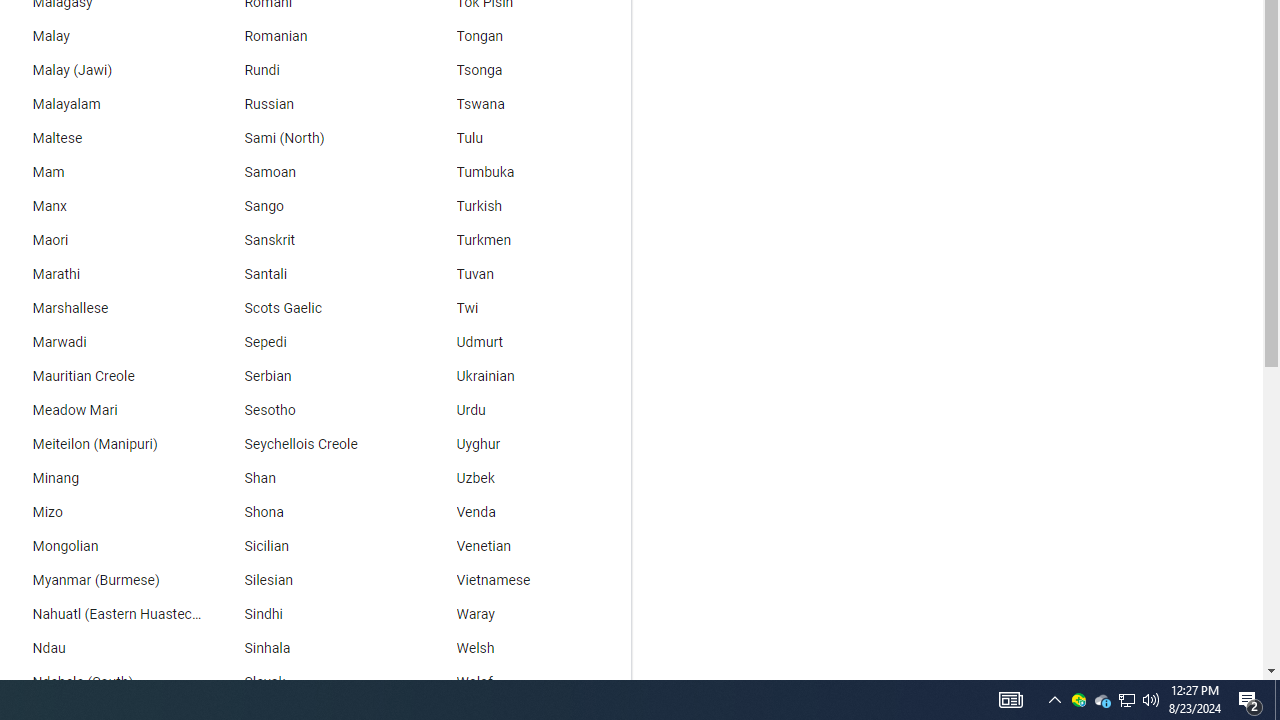 Image resolution: width=1280 pixels, height=720 pixels. What do you see at coordinates (311, 137) in the screenshot?
I see `'Sami (North)'` at bounding box center [311, 137].